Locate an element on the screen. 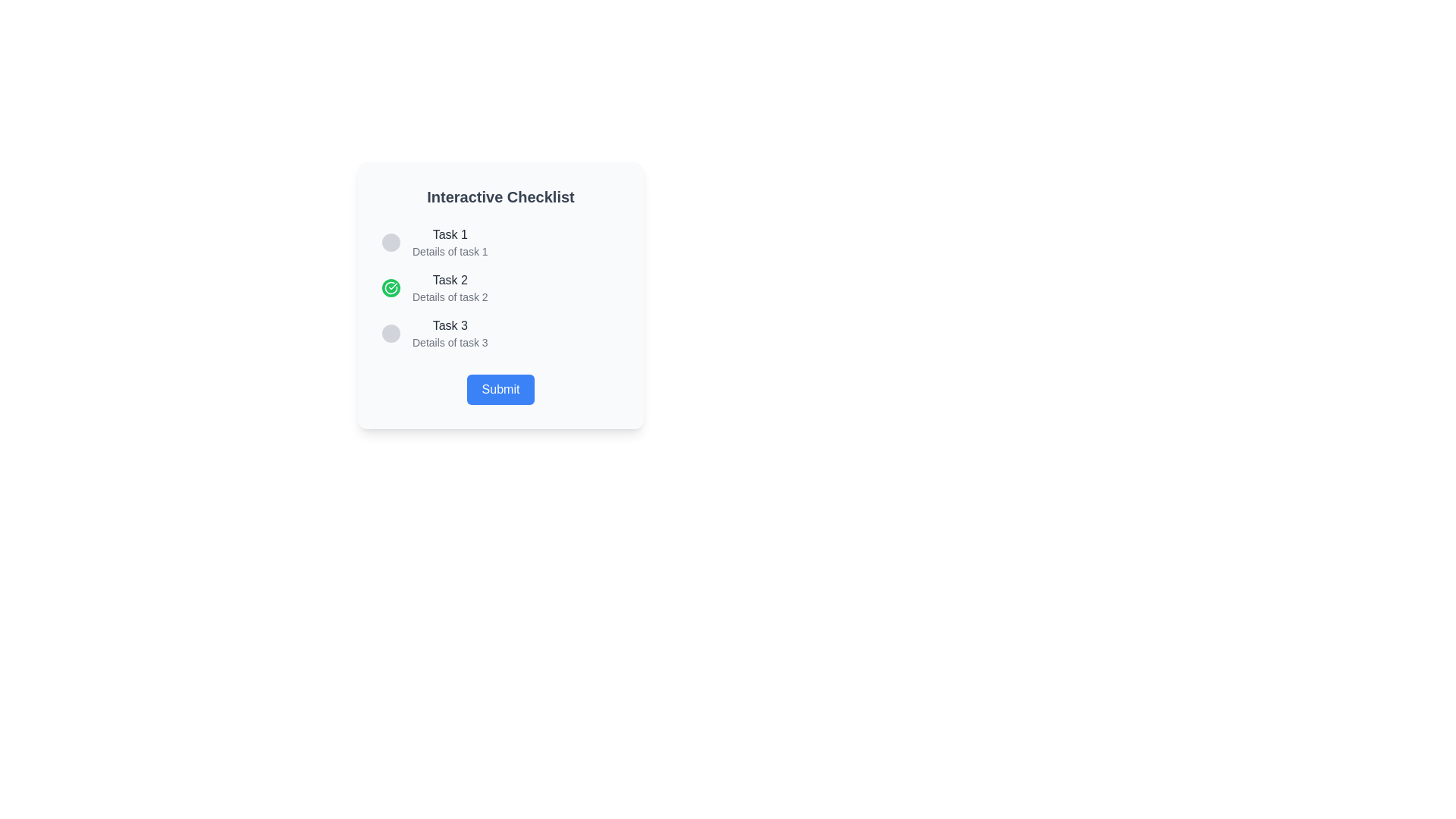  the text label reading 'Details of task 3', which is styled with a smaller gray font and positioned below the 'Task 3' heading in the checklist interface is located at coordinates (449, 342).